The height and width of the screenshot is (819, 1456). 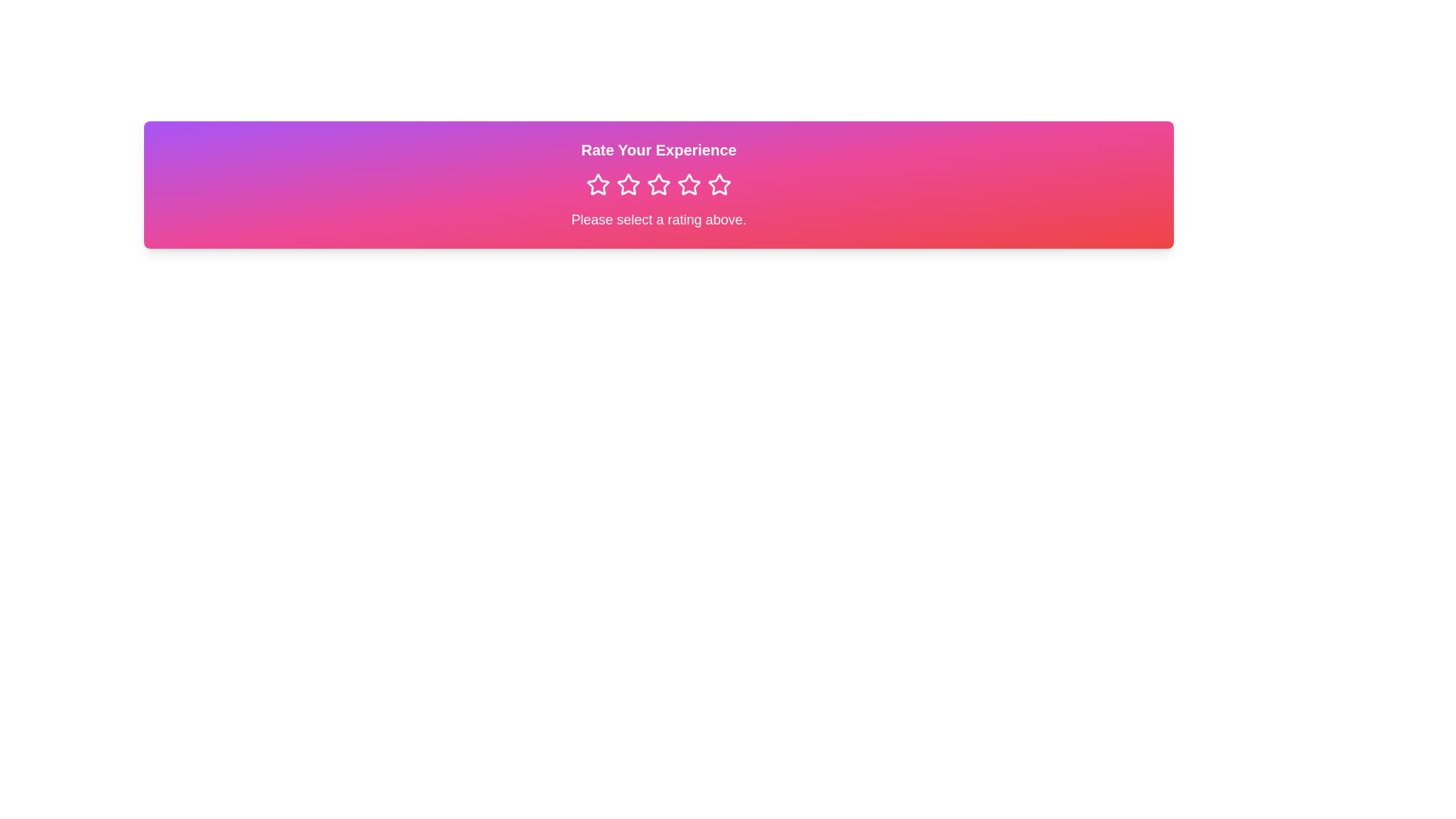 I want to click on the first star icon in the horizontal row, so click(x=597, y=184).